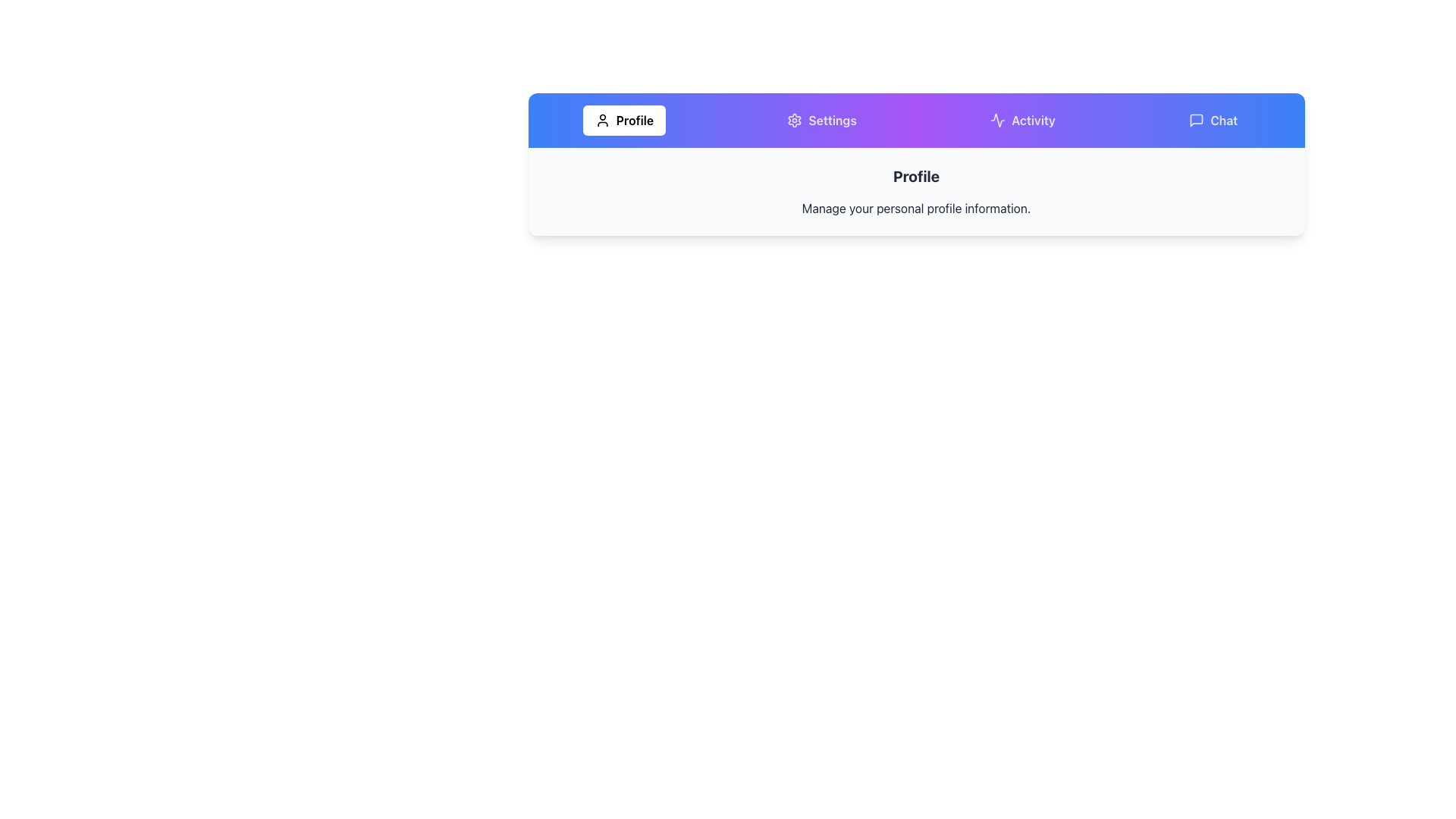  I want to click on the activity chart icon located to the left of the 'Activity' text in the navigation bar, so click(998, 119).